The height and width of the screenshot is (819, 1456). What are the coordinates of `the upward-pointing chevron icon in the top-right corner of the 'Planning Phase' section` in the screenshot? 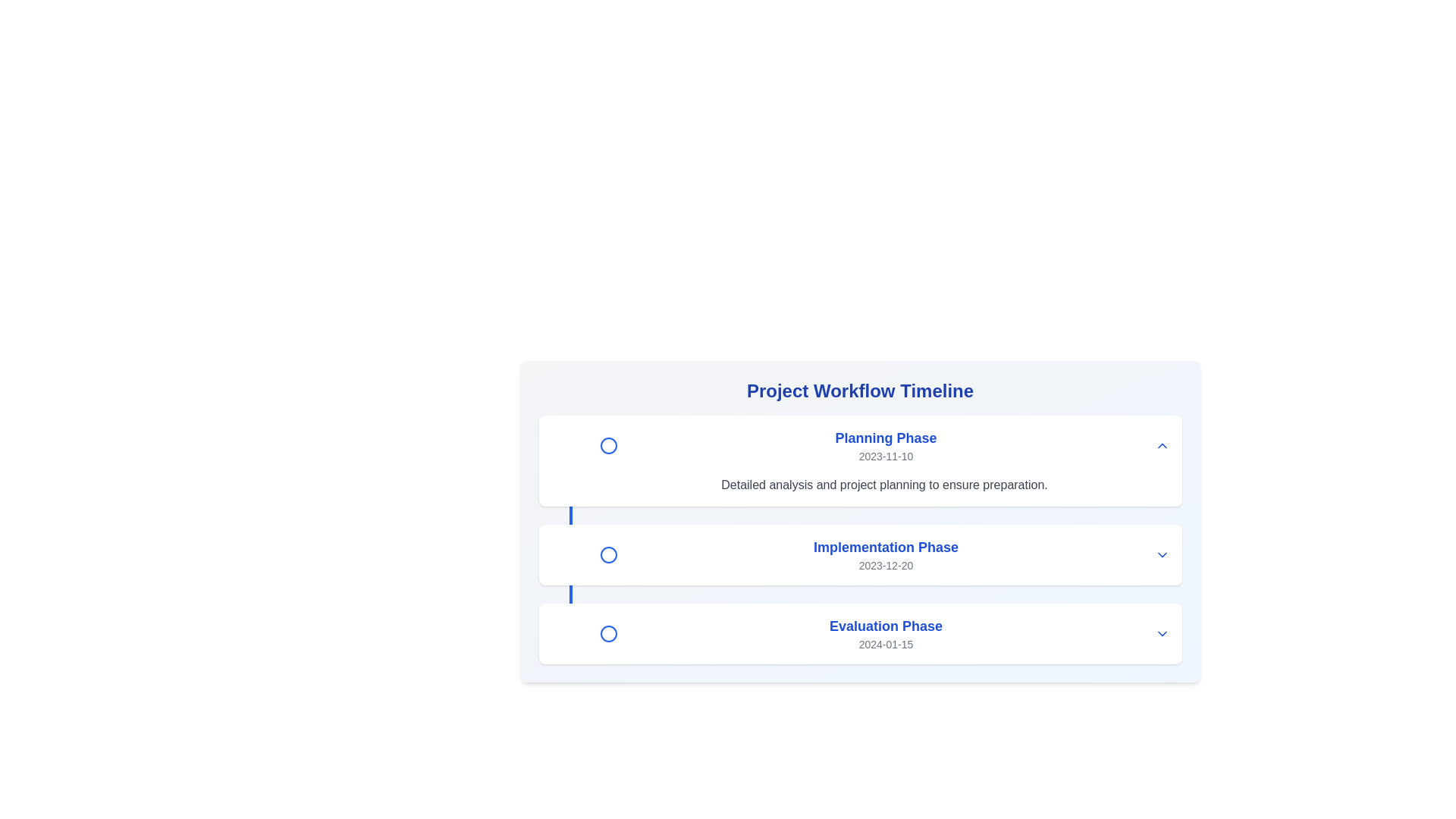 It's located at (1161, 444).